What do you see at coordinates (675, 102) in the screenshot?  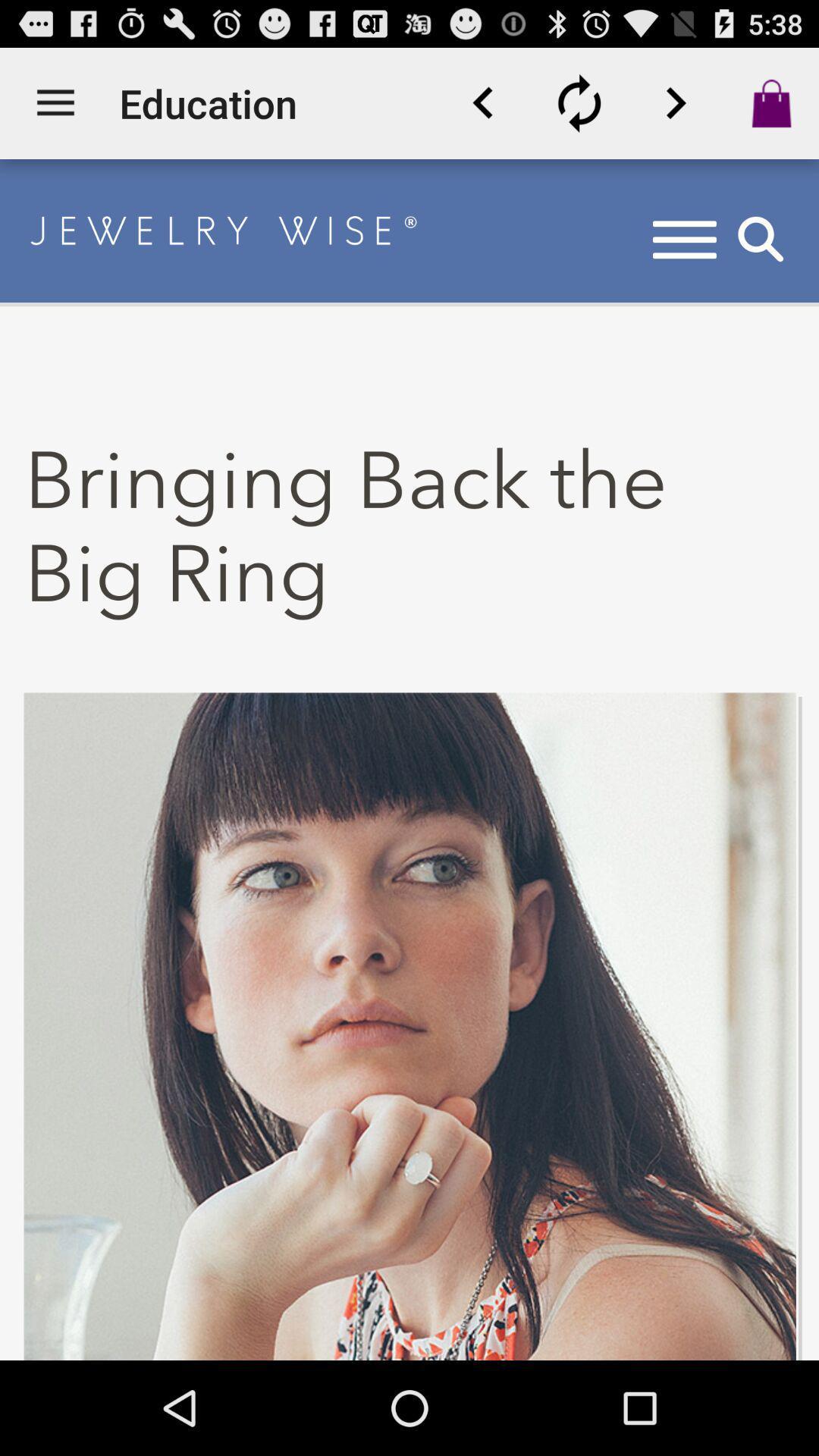 I see `next page` at bounding box center [675, 102].